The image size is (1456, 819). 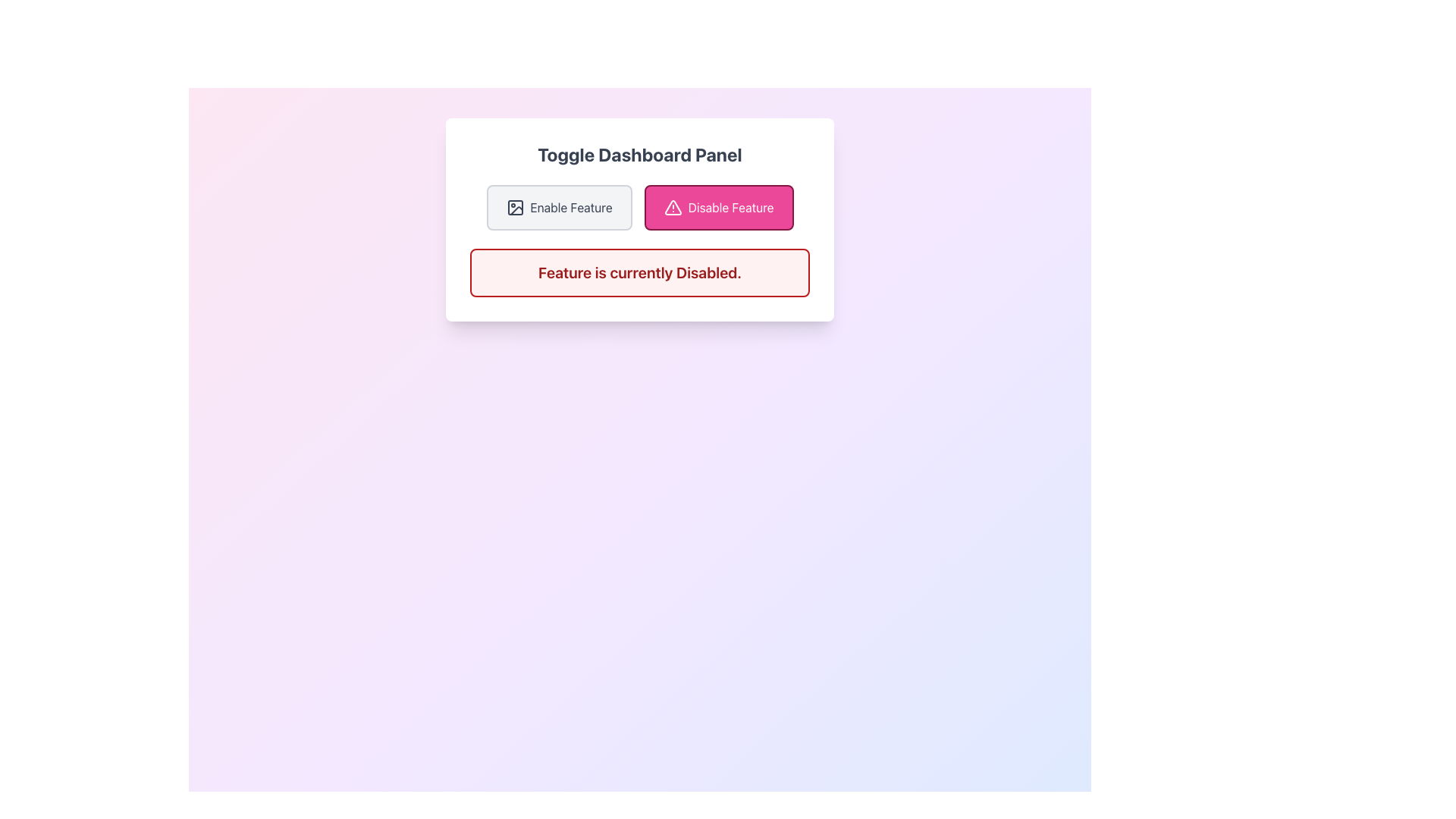 I want to click on the warning icon representing the 'Disable Feature' action located within the 'Disable Feature' button on the Toggle Dashboard Panel, so click(x=672, y=207).